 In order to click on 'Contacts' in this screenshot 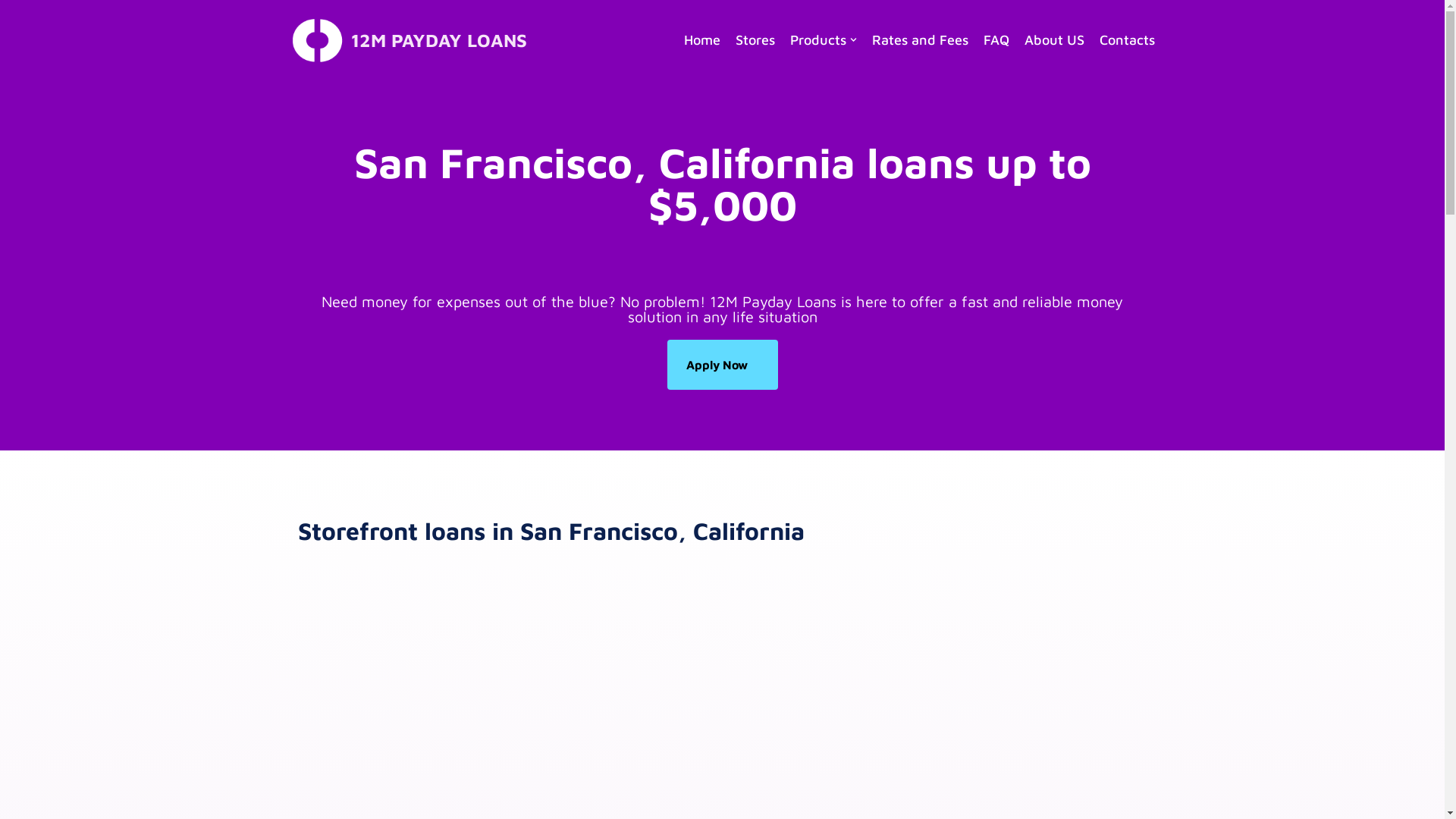, I will do `click(1127, 39)`.